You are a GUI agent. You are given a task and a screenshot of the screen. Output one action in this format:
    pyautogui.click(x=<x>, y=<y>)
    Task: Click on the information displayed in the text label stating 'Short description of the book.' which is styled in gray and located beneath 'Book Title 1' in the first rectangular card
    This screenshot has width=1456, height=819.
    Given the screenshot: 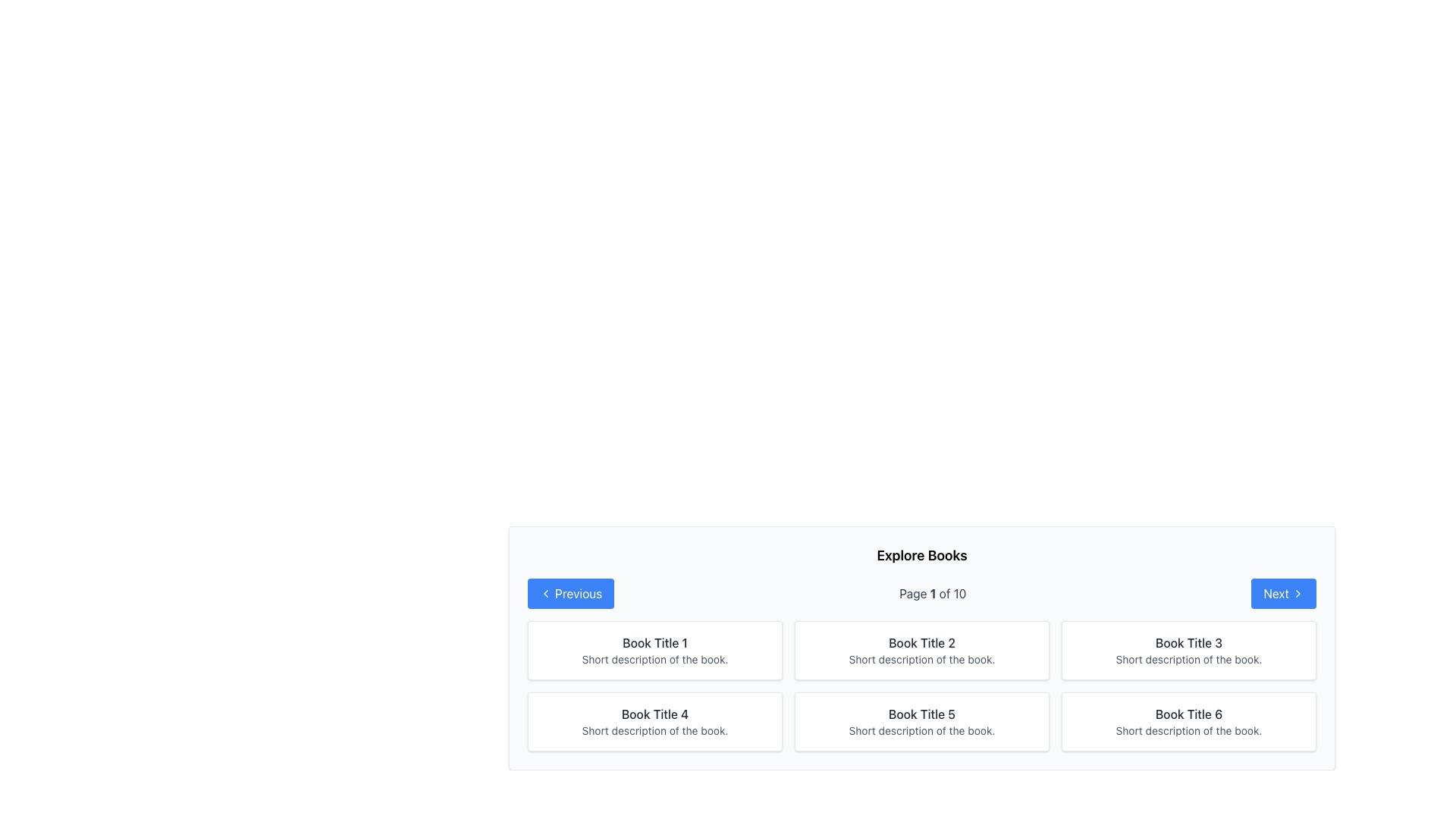 What is the action you would take?
    pyautogui.click(x=655, y=659)
    